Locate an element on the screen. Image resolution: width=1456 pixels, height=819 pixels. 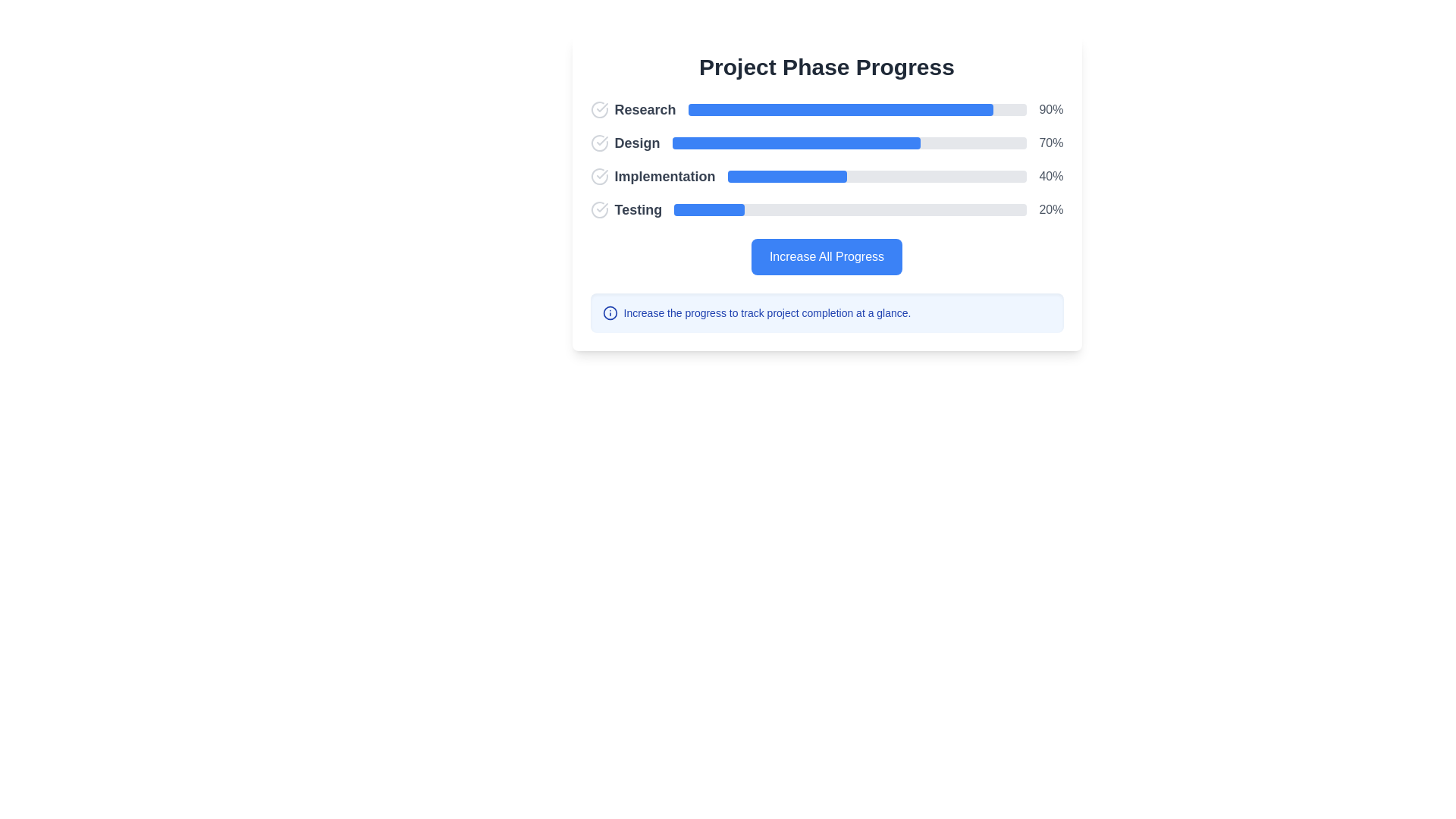
the notification box with a light blue background and an 'i' icon to use adjacent features as instructed is located at coordinates (826, 312).